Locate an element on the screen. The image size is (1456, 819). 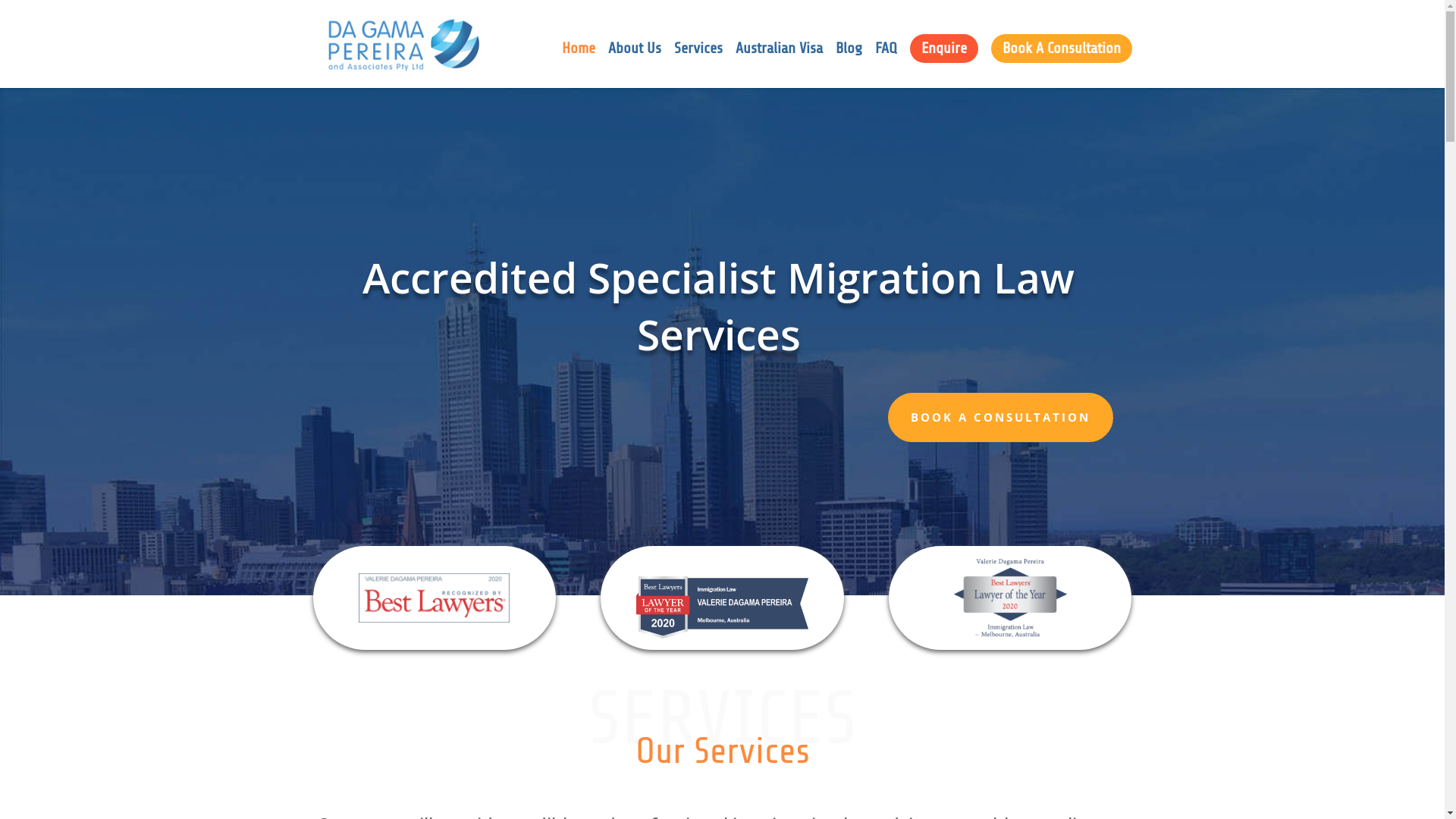
'Services' is located at coordinates (697, 64).